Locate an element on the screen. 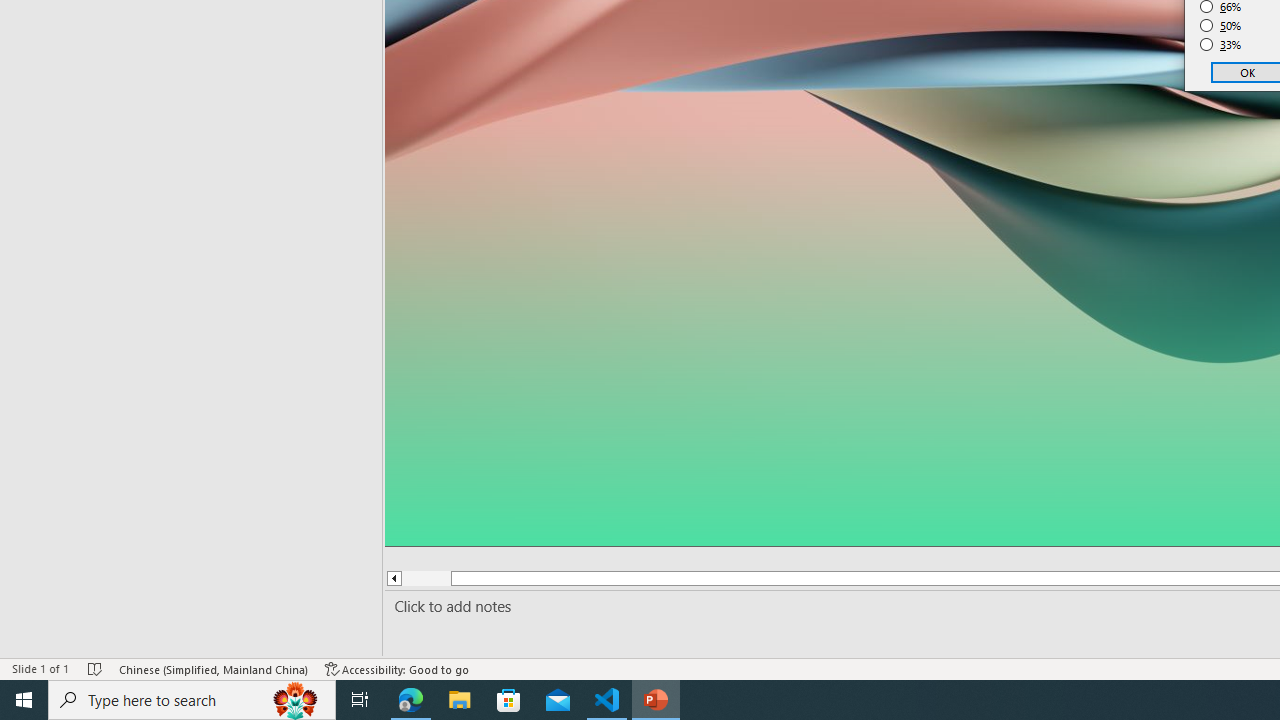 This screenshot has width=1280, height=720. '50%' is located at coordinates (1220, 25).